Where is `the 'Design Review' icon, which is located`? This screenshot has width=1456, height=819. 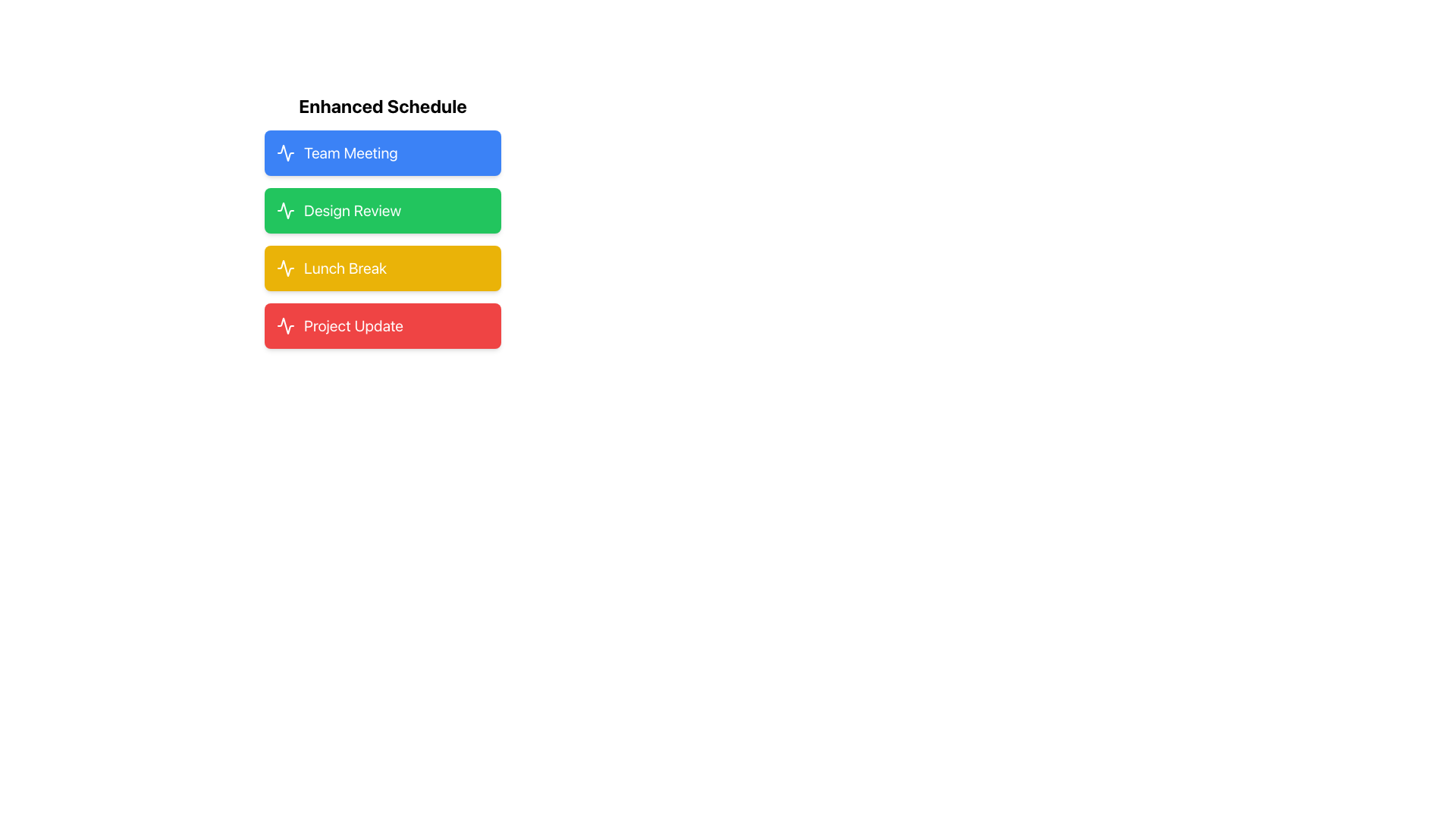
the 'Design Review' icon, which is located is located at coordinates (286, 210).